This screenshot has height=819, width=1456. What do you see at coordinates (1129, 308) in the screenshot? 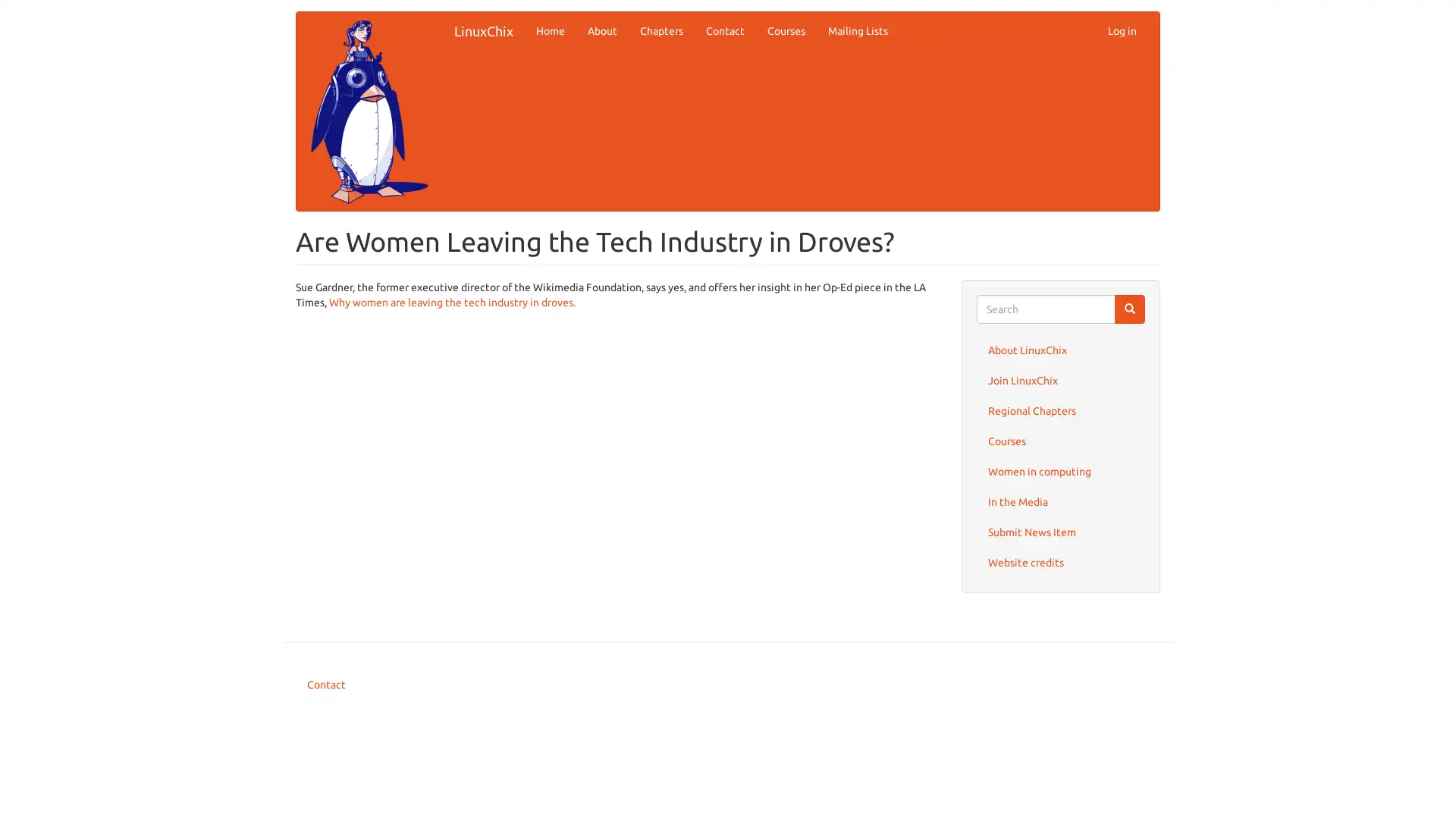
I see `Search` at bounding box center [1129, 308].